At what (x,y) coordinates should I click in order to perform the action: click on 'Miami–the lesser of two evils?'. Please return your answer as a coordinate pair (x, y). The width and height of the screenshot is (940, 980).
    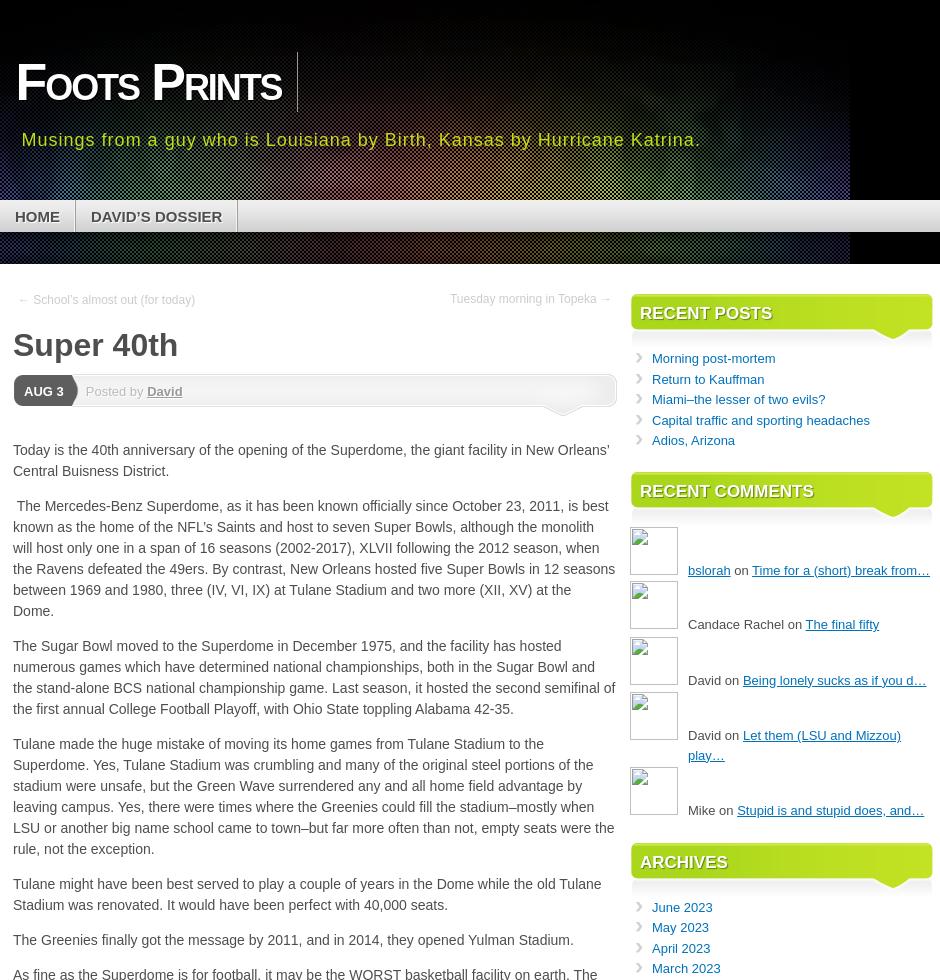
    Looking at the image, I should click on (738, 399).